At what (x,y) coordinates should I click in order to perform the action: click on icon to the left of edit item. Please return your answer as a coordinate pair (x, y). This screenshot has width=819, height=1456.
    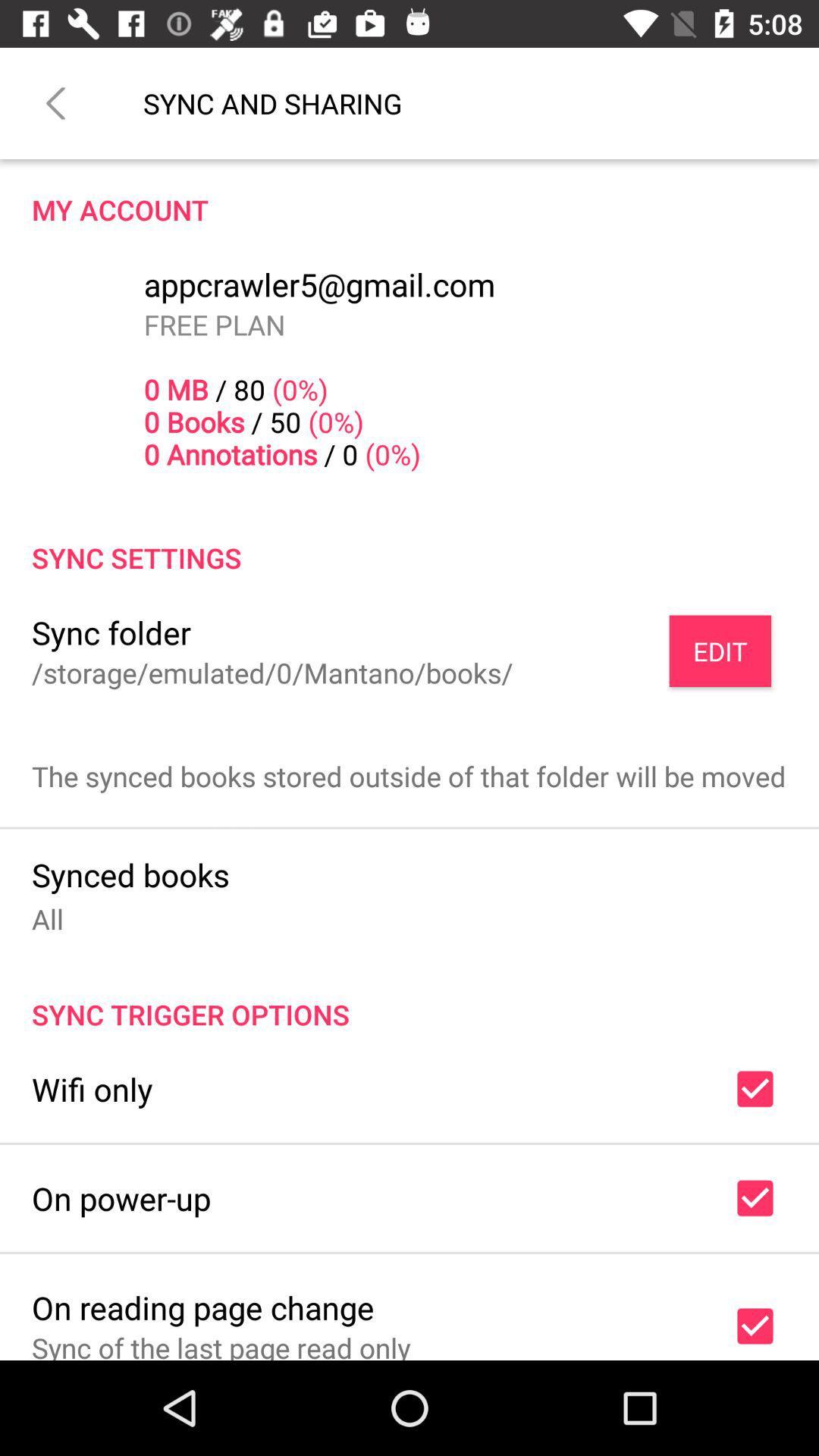
    Looking at the image, I should click on (110, 632).